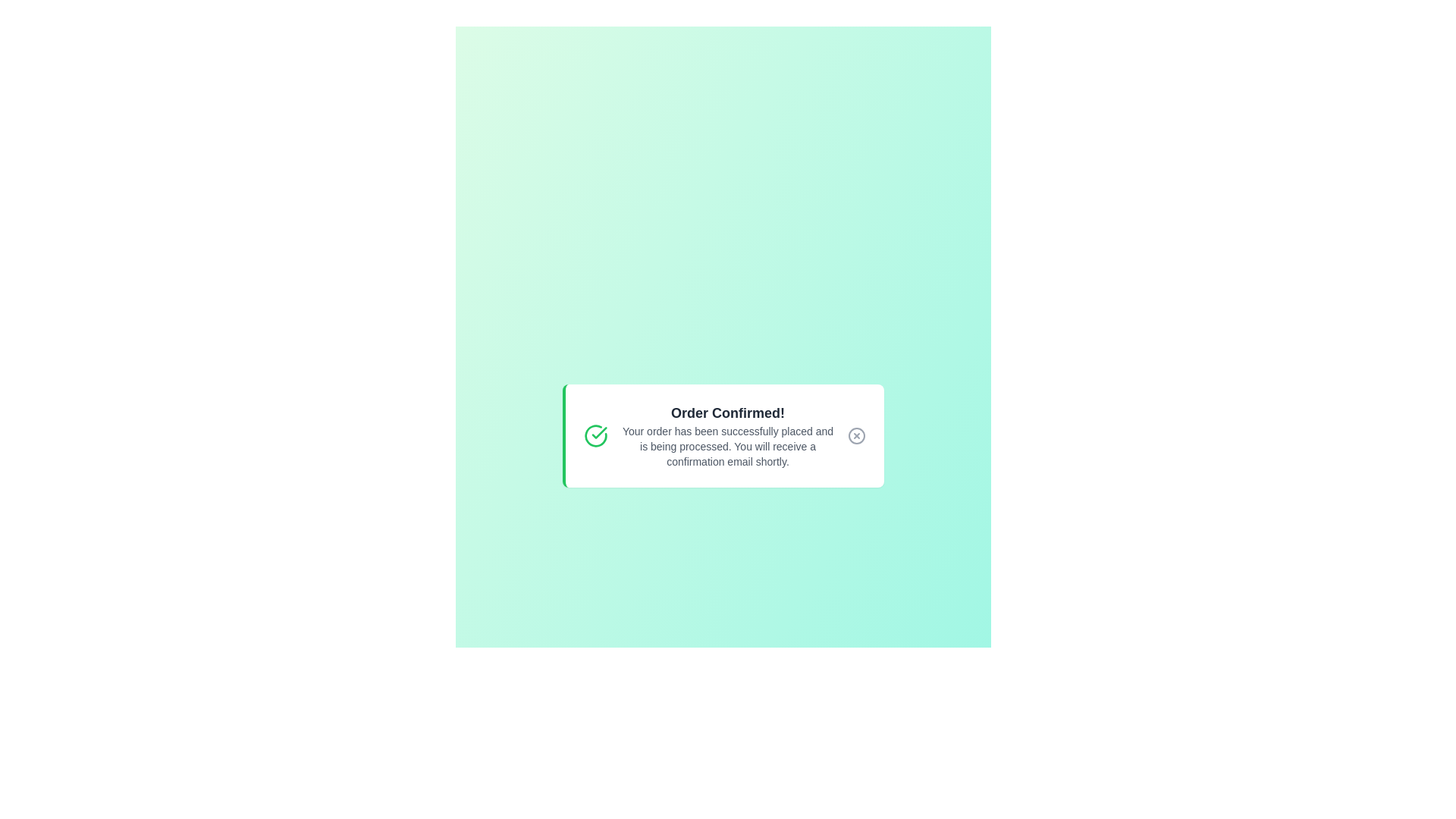 The height and width of the screenshot is (819, 1456). I want to click on the close button to dismiss the alert, so click(856, 435).